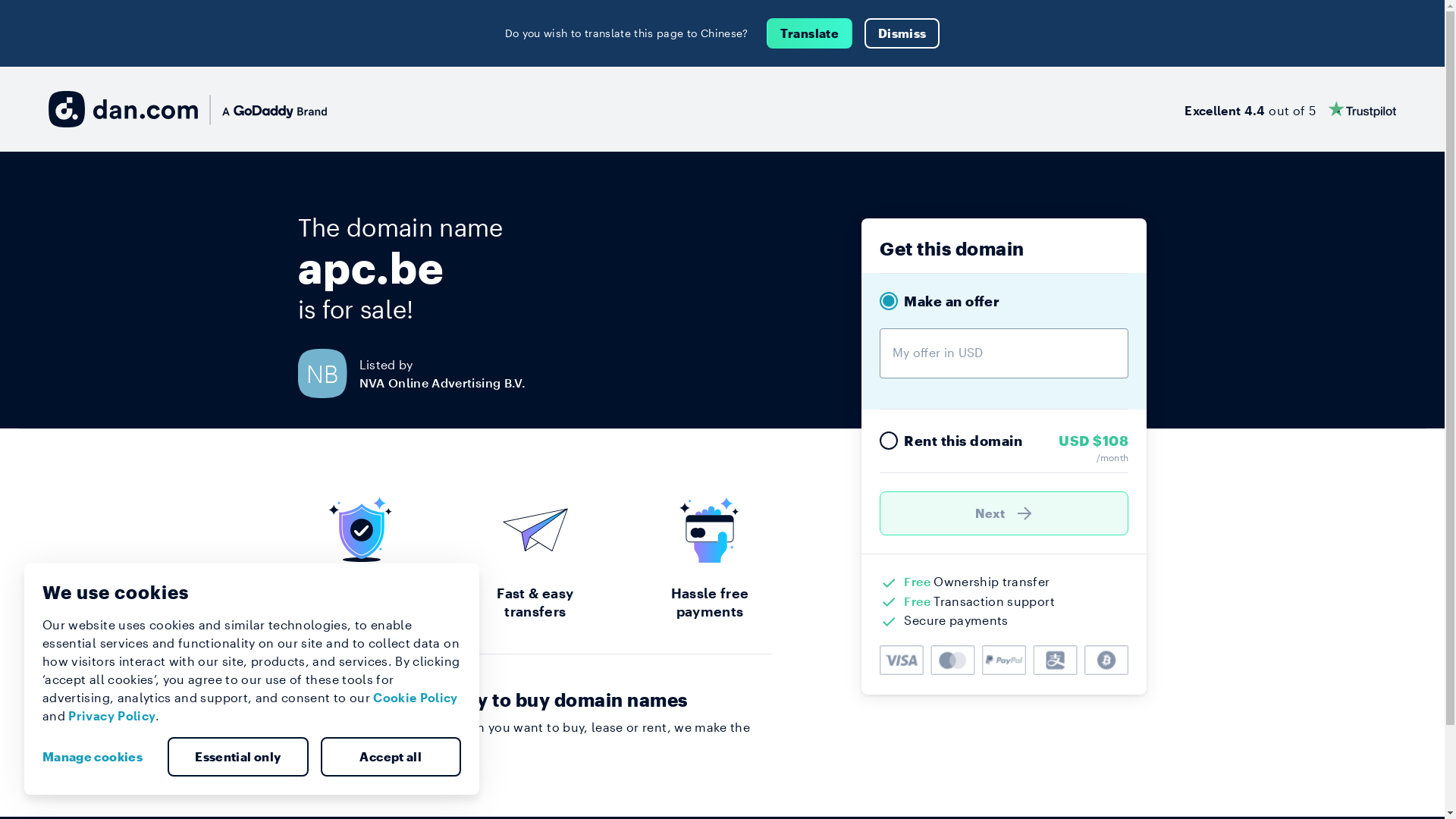 The height and width of the screenshot is (819, 1456). What do you see at coordinates (97, 757) in the screenshot?
I see `'Manage cookies'` at bounding box center [97, 757].